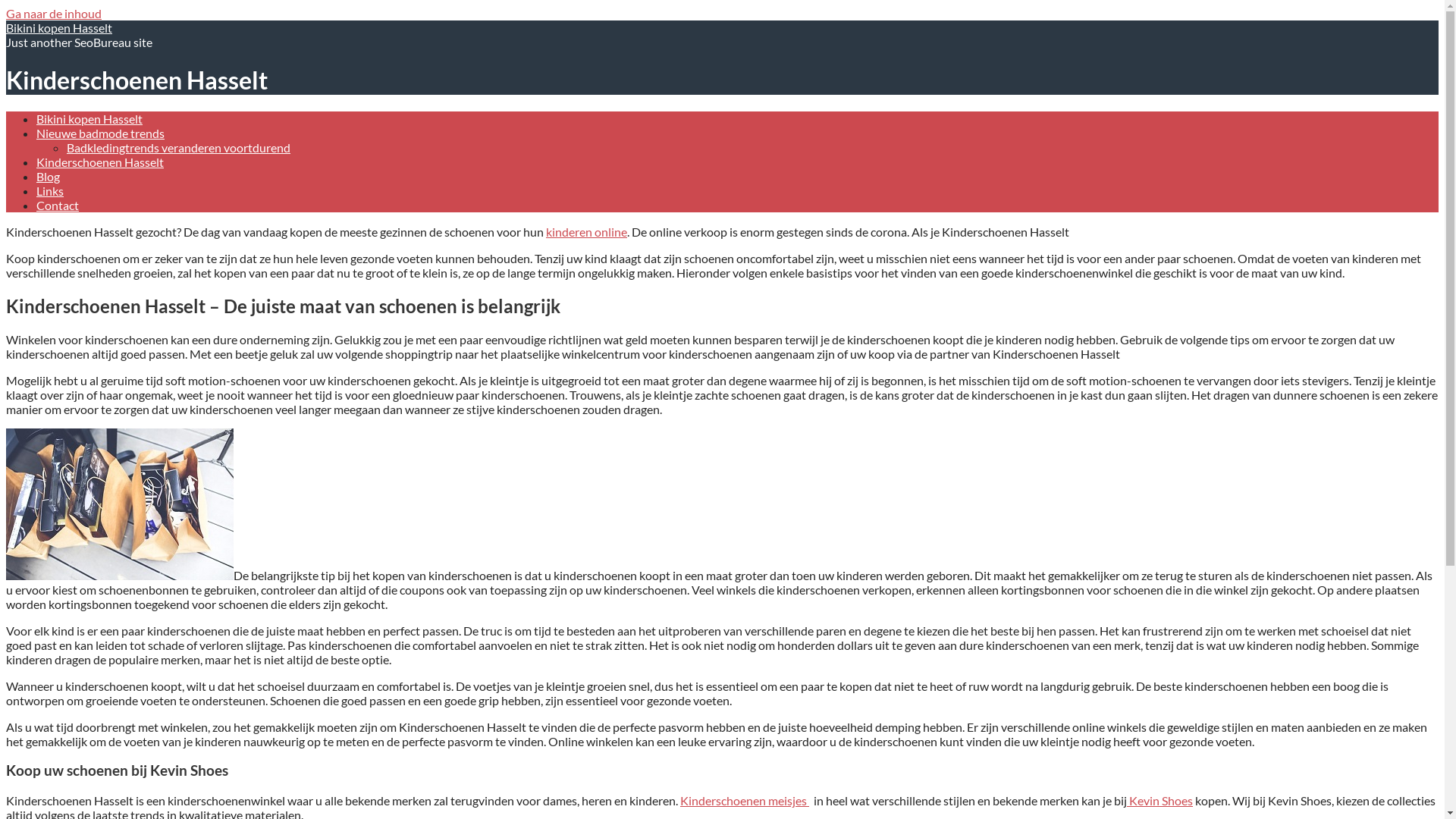 This screenshot has height=819, width=1456. Describe the element at coordinates (48, 175) in the screenshot. I see `'Blog'` at that location.